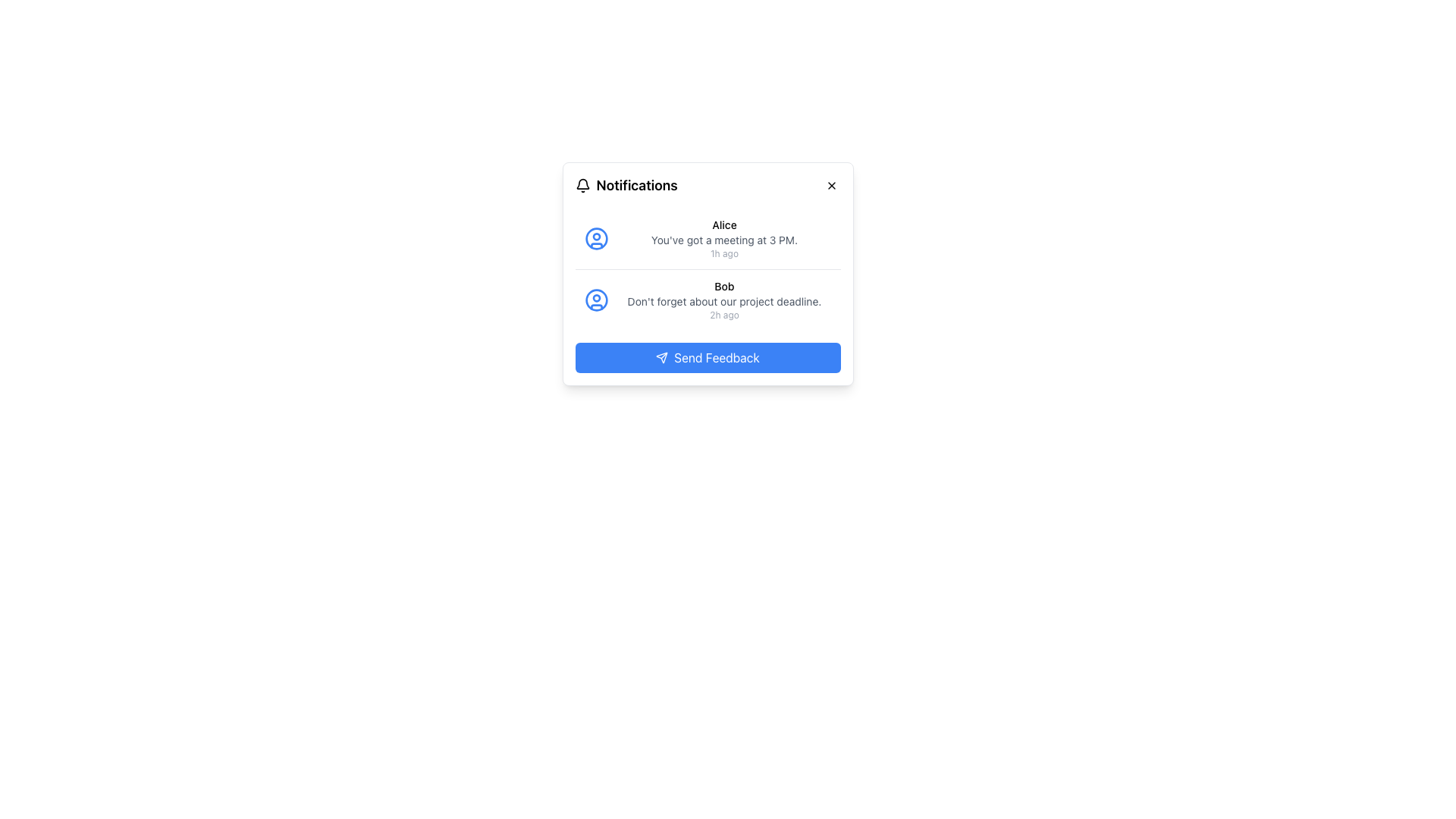 The image size is (1456, 819). Describe the element at coordinates (662, 357) in the screenshot. I see `the blue 'Send Feedback' button which contains the small triangular icon indicating a 'send' or 'forward' function, located to the left of the text` at that location.